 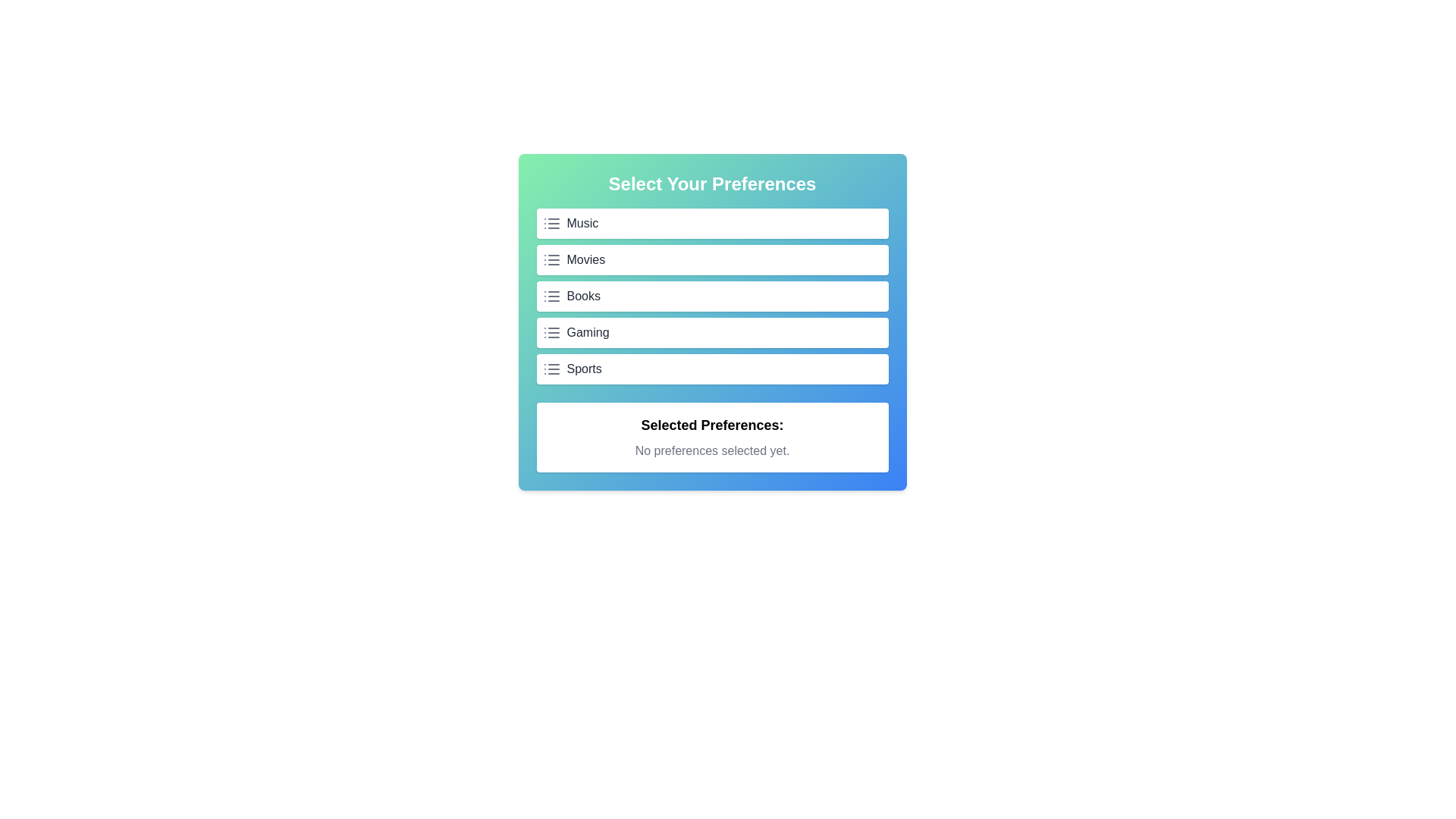 What do you see at coordinates (583, 369) in the screenshot?
I see `the 'Sports' preference list item located at the bottom of the vertical list labeled 'Select Your Preferences'` at bounding box center [583, 369].